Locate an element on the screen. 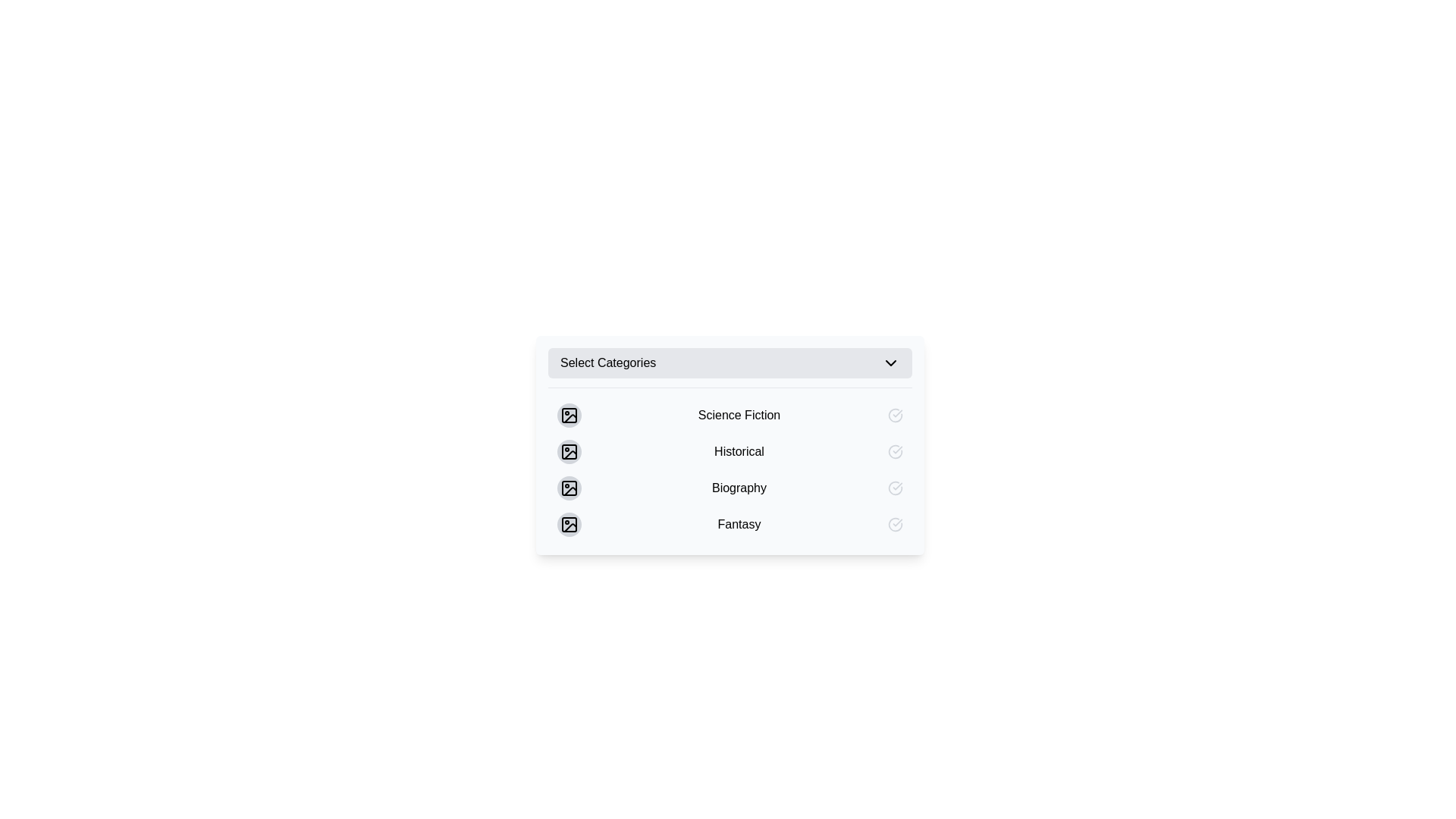 This screenshot has height=819, width=1456. the third list item under the 'Select Categories' section, which has an icon, text, and a checkmark, to bring up a context menu is located at coordinates (730, 488).